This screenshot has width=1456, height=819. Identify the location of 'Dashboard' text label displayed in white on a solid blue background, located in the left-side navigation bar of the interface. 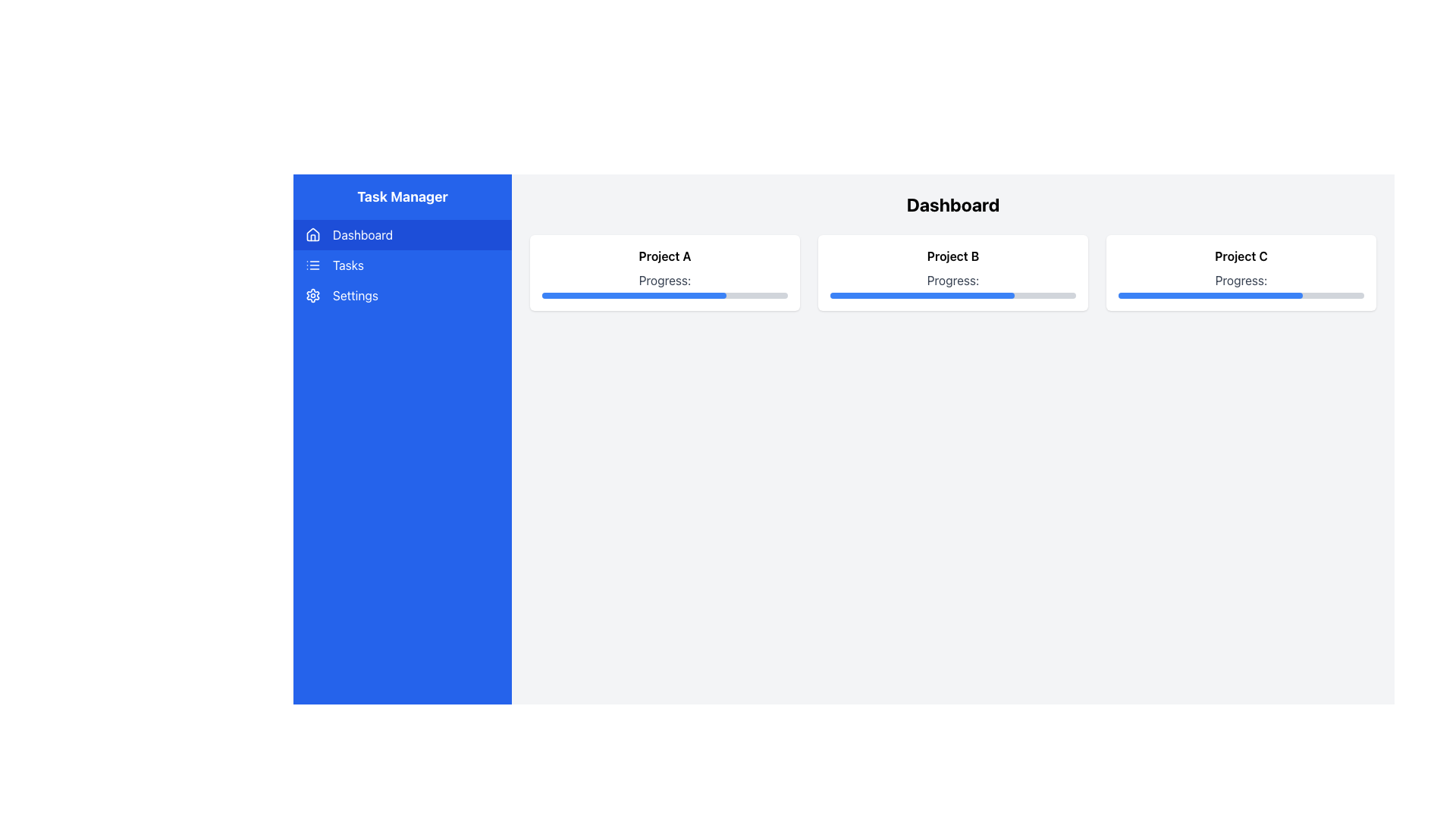
(362, 234).